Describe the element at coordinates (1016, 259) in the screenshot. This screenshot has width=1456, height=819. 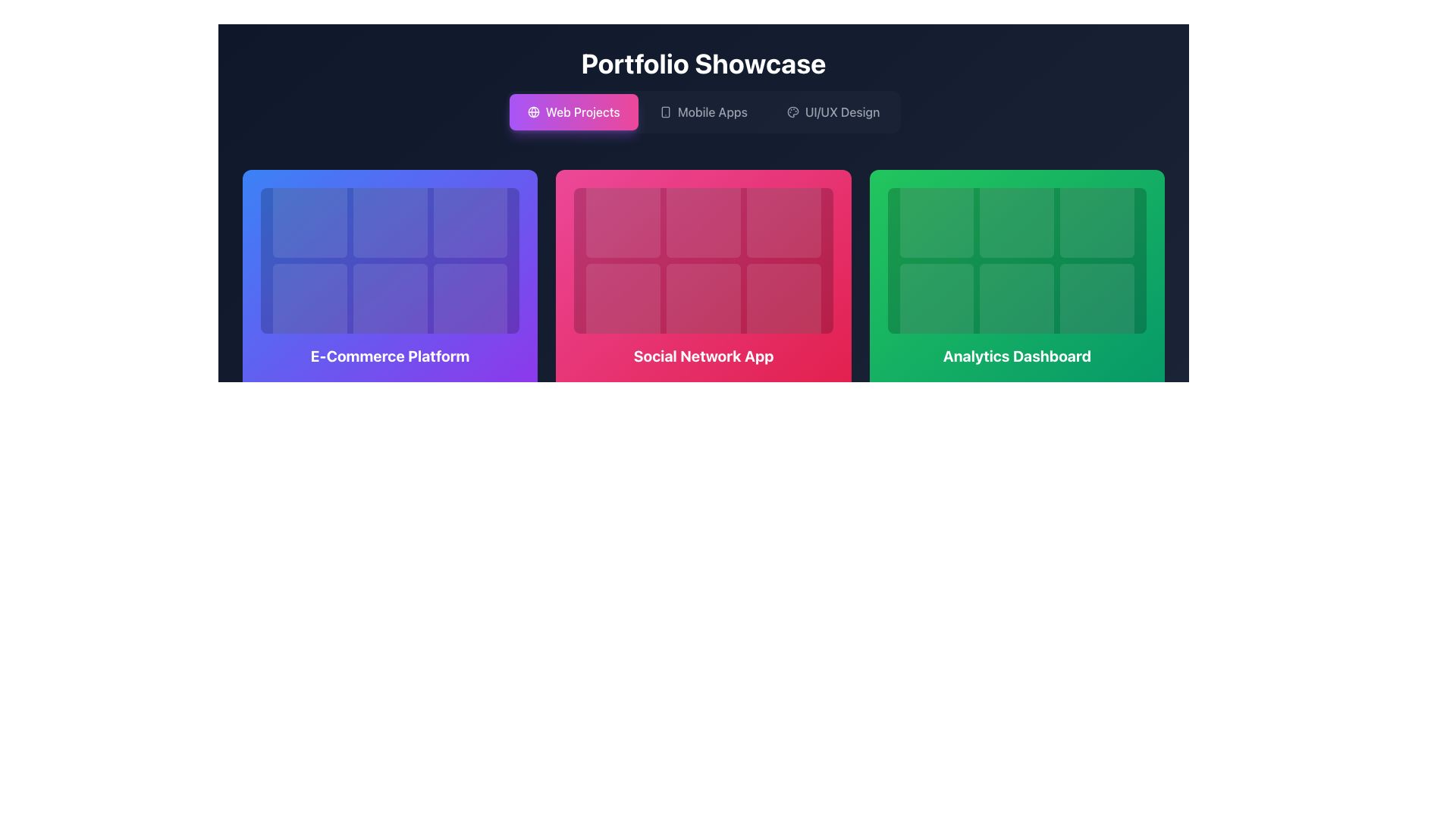
I see `one of the tiles within the grid of six interactive tiles located inside the green card labeled 'Analytics Dashboard'` at that location.